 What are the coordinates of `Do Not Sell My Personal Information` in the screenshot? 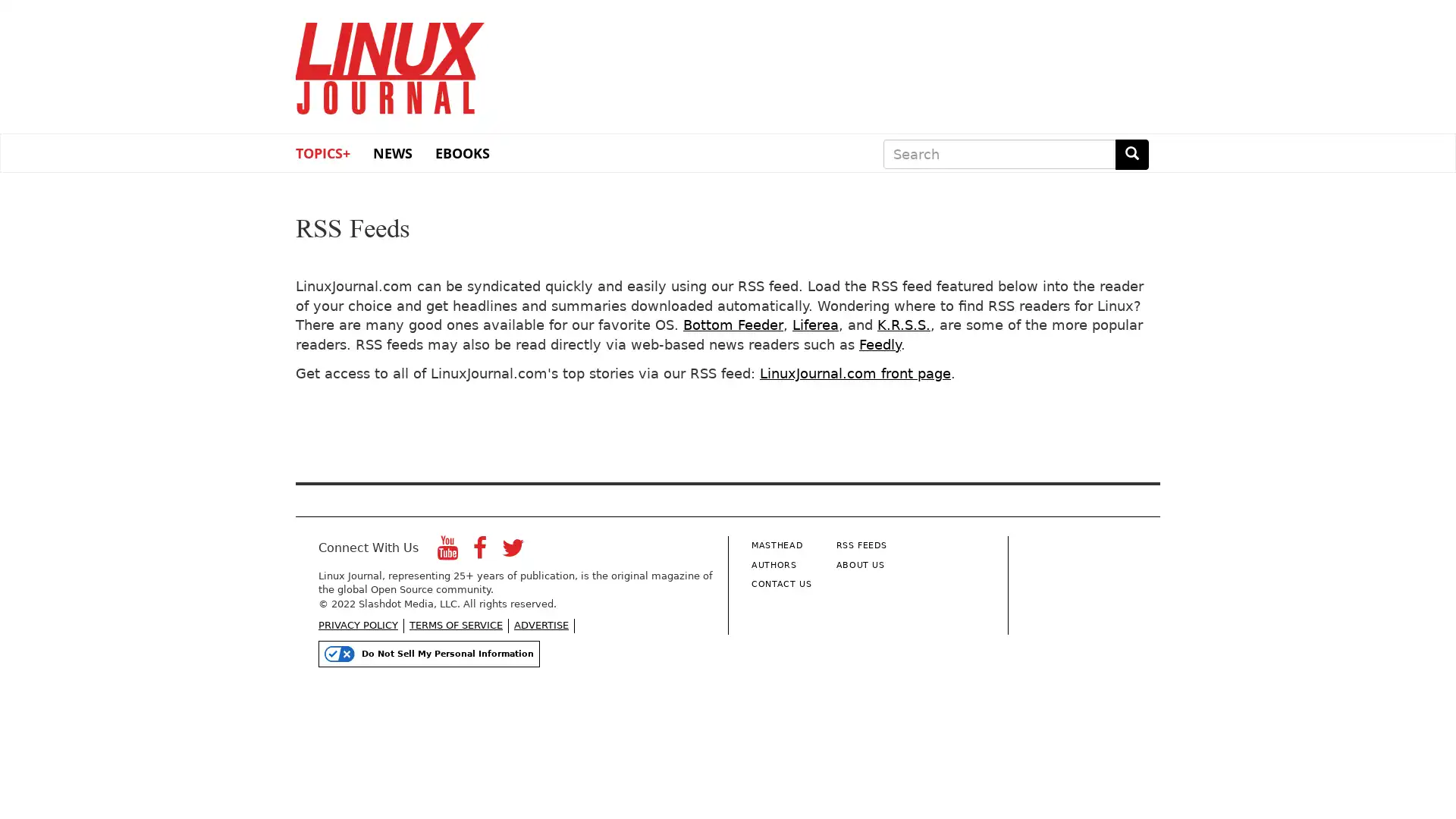 It's located at (428, 652).